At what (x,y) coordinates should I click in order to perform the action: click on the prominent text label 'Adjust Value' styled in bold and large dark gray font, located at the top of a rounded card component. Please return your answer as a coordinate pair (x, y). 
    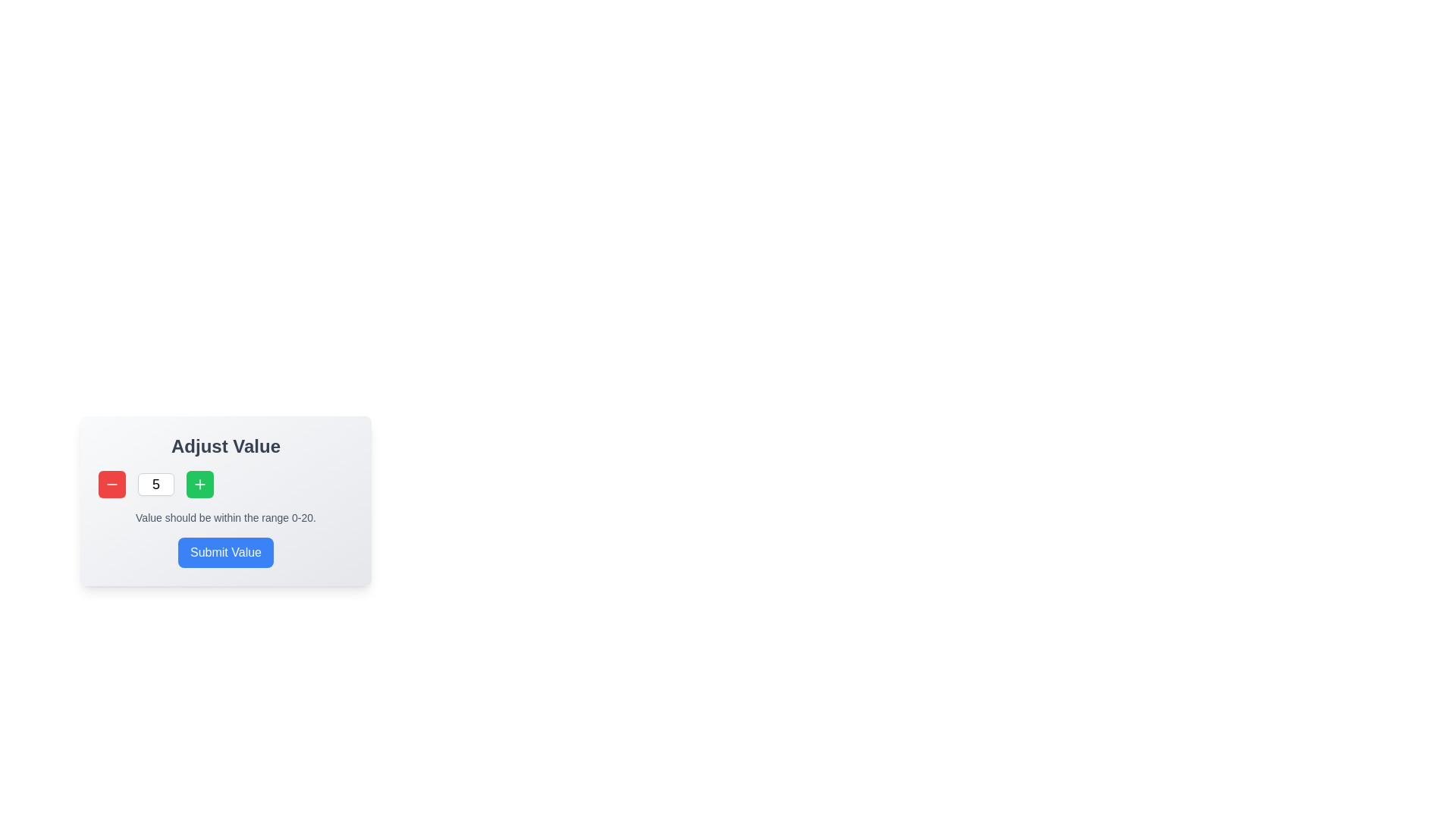
    Looking at the image, I should click on (224, 446).